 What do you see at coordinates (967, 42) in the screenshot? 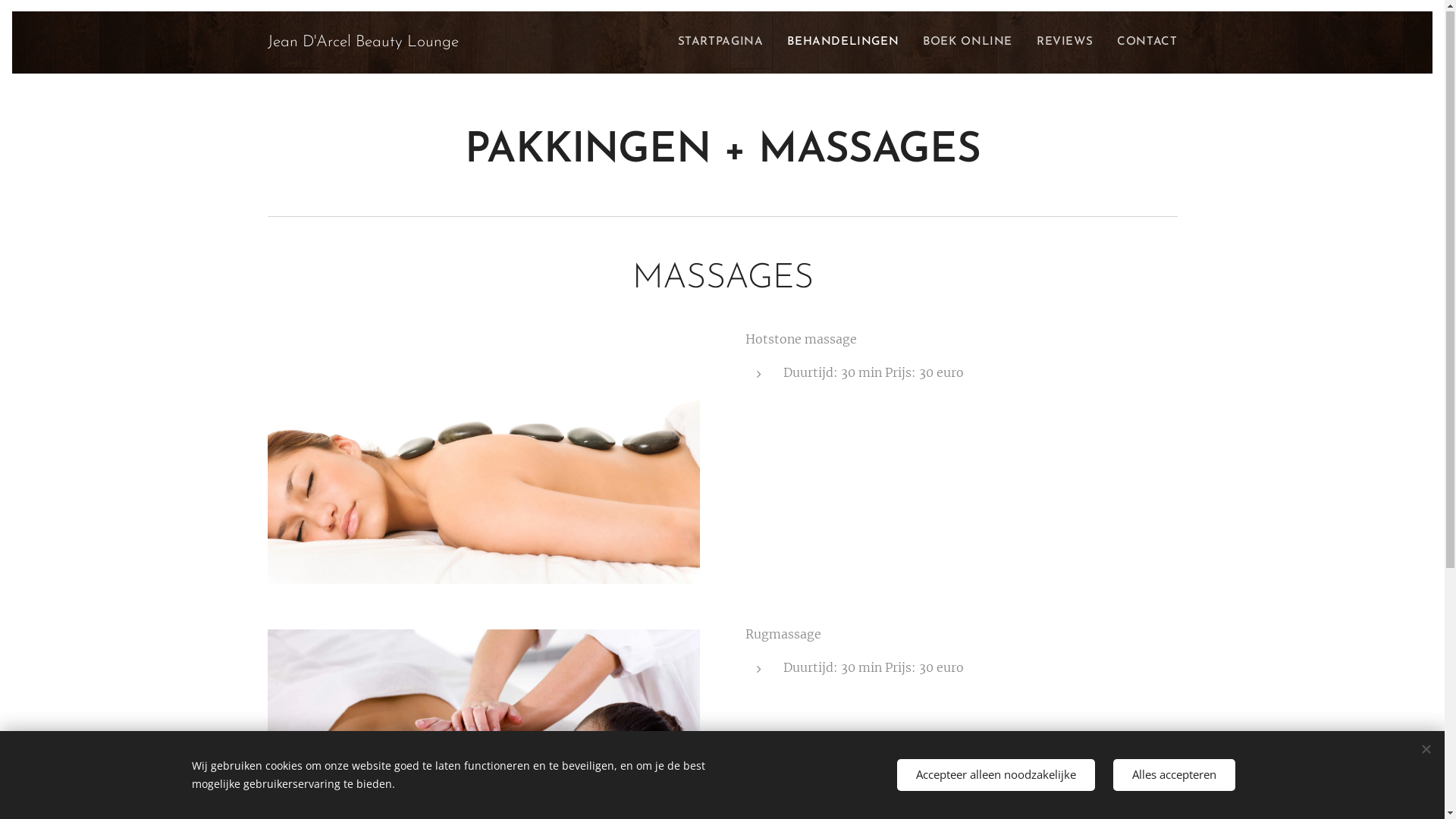
I see `'BOEK ONLINE'` at bounding box center [967, 42].